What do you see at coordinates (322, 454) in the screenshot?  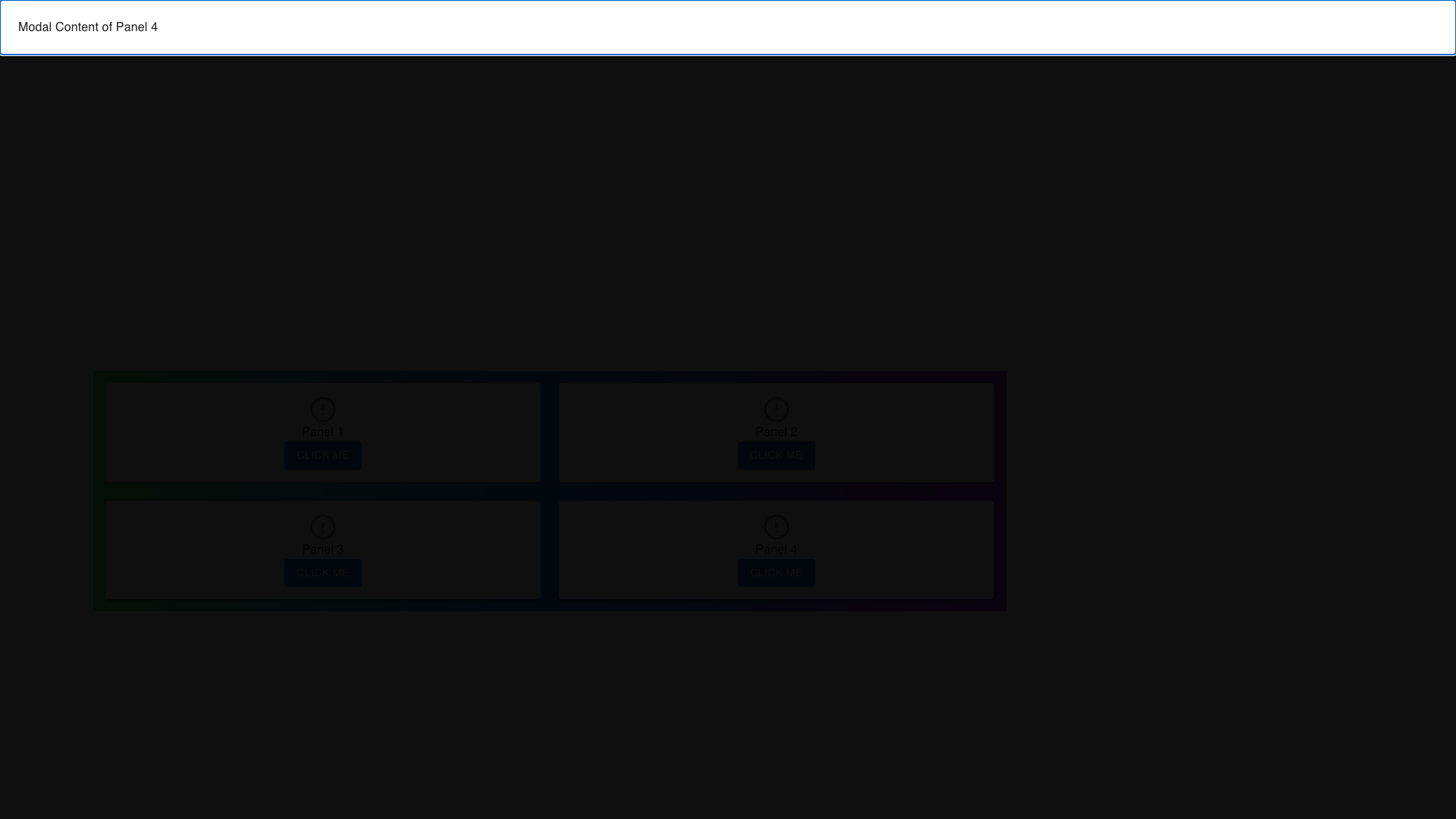 I see `the 'Click Me' button located in the bottom-center area of 'Panel 1'` at bounding box center [322, 454].